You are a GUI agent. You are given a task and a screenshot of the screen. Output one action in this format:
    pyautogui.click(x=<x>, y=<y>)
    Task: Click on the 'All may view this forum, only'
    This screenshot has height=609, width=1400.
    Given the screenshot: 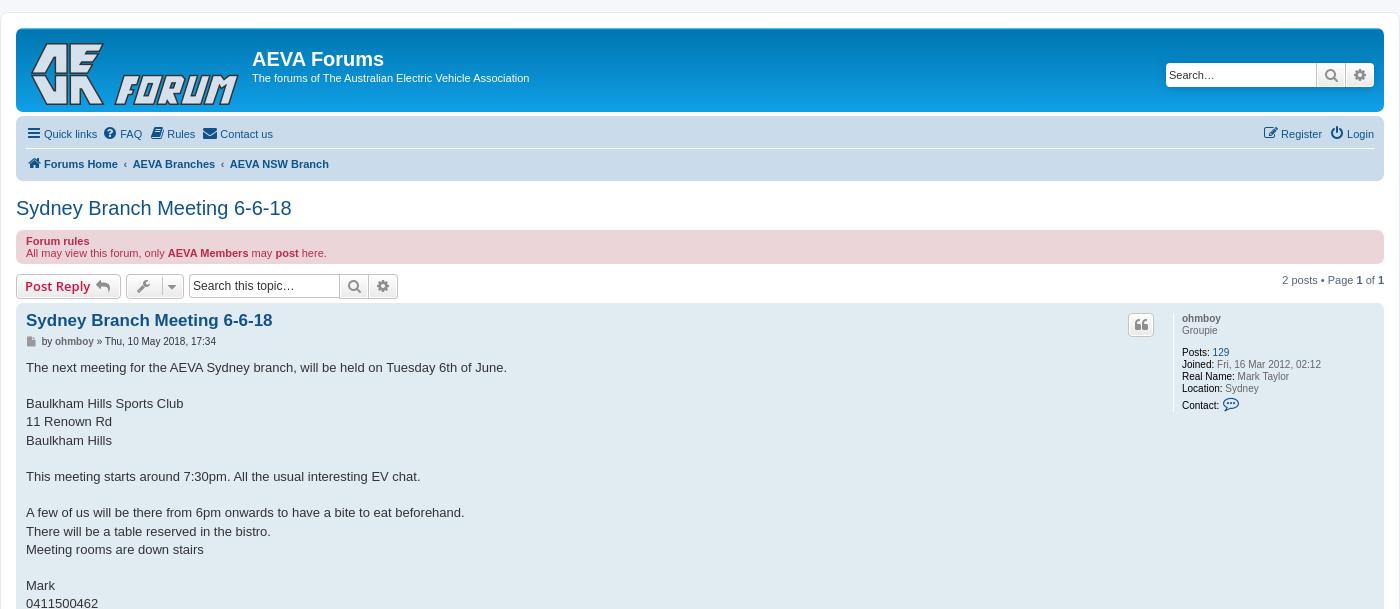 What is the action you would take?
    pyautogui.click(x=96, y=251)
    